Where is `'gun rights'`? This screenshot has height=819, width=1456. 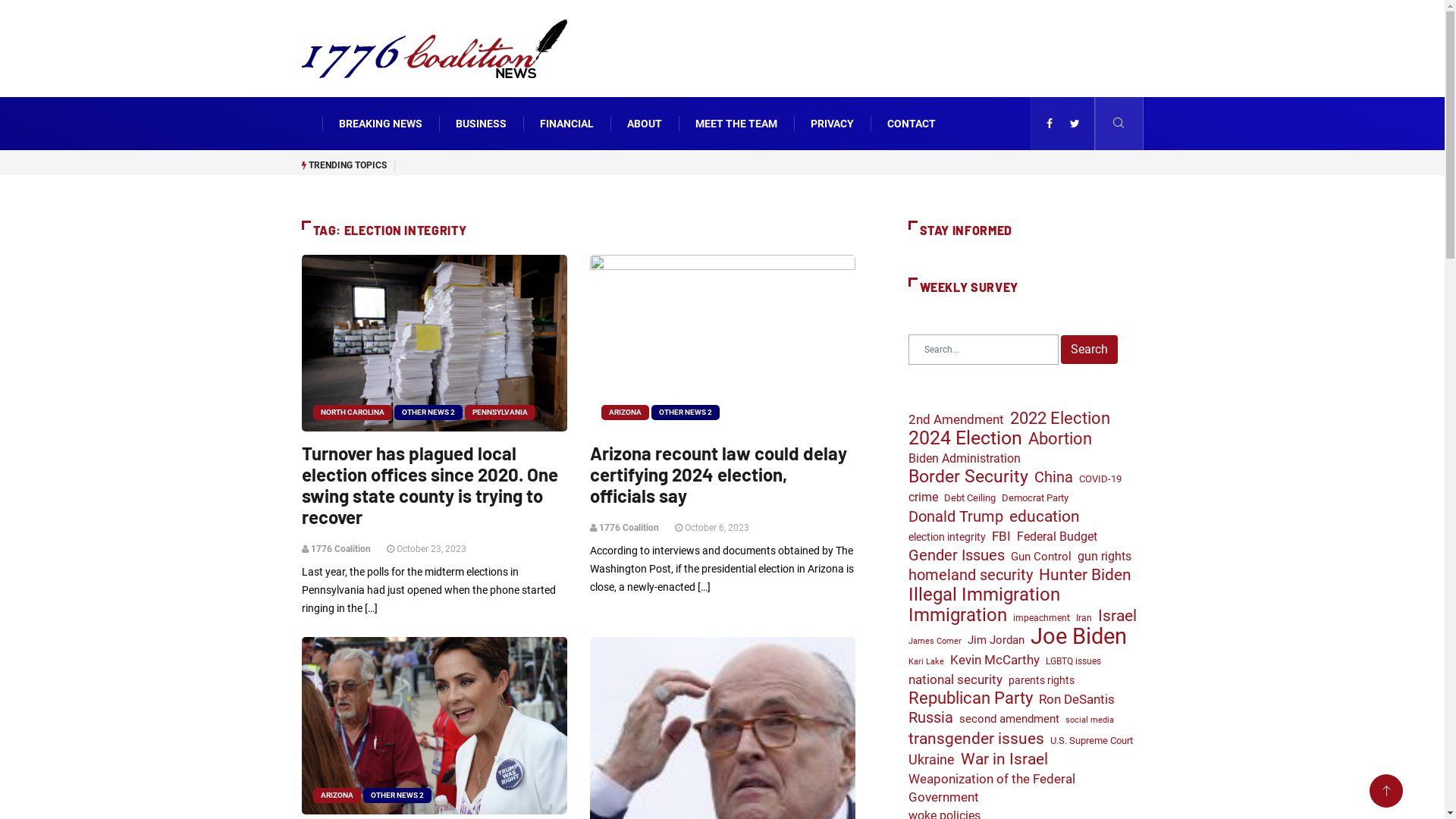 'gun rights' is located at coordinates (1103, 556).